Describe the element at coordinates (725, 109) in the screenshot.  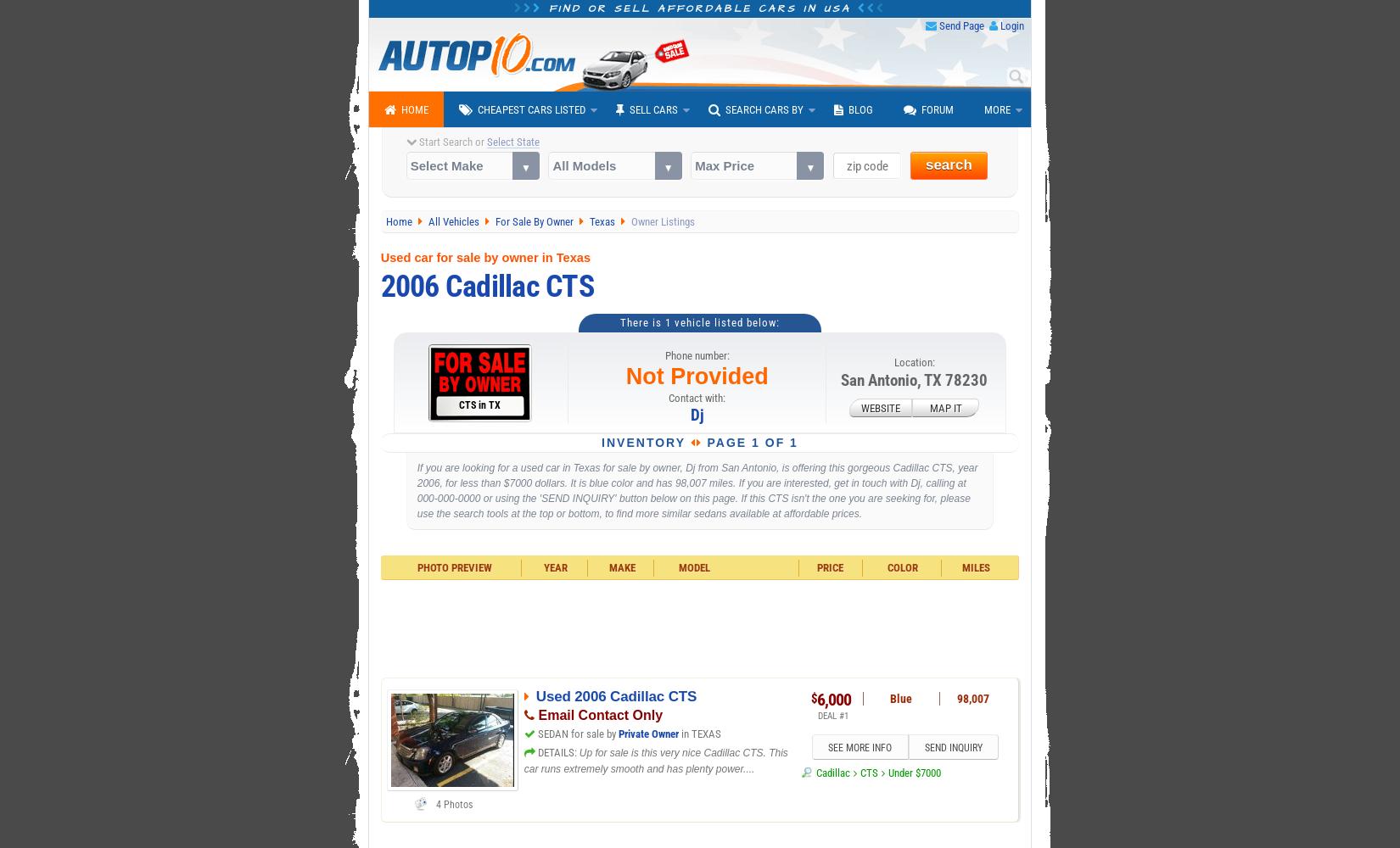
I see `'Search Cars By'` at that location.